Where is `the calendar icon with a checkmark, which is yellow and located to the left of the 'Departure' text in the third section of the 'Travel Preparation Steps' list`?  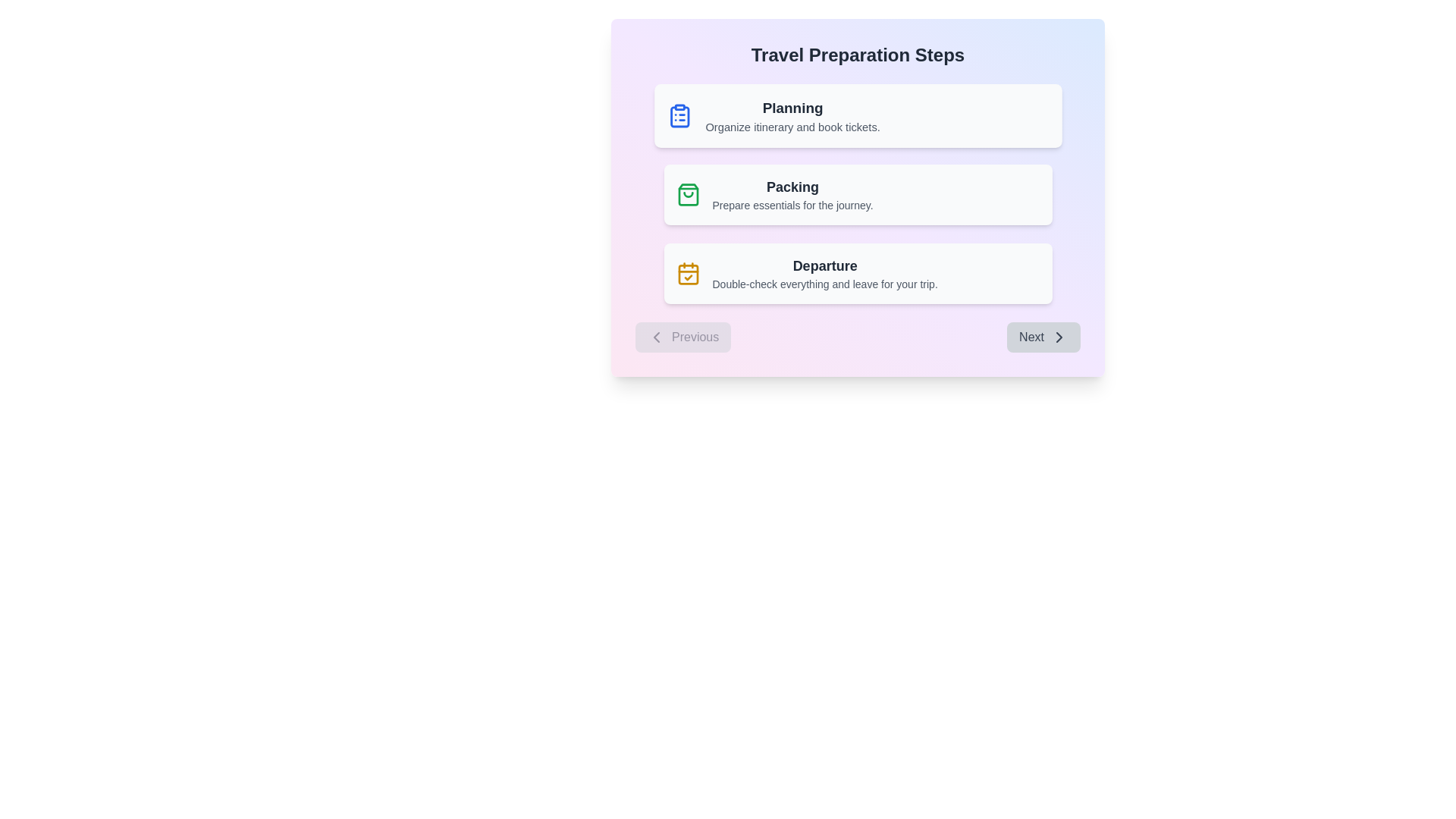
the calendar icon with a checkmark, which is yellow and located to the left of the 'Departure' text in the third section of the 'Travel Preparation Steps' list is located at coordinates (687, 274).